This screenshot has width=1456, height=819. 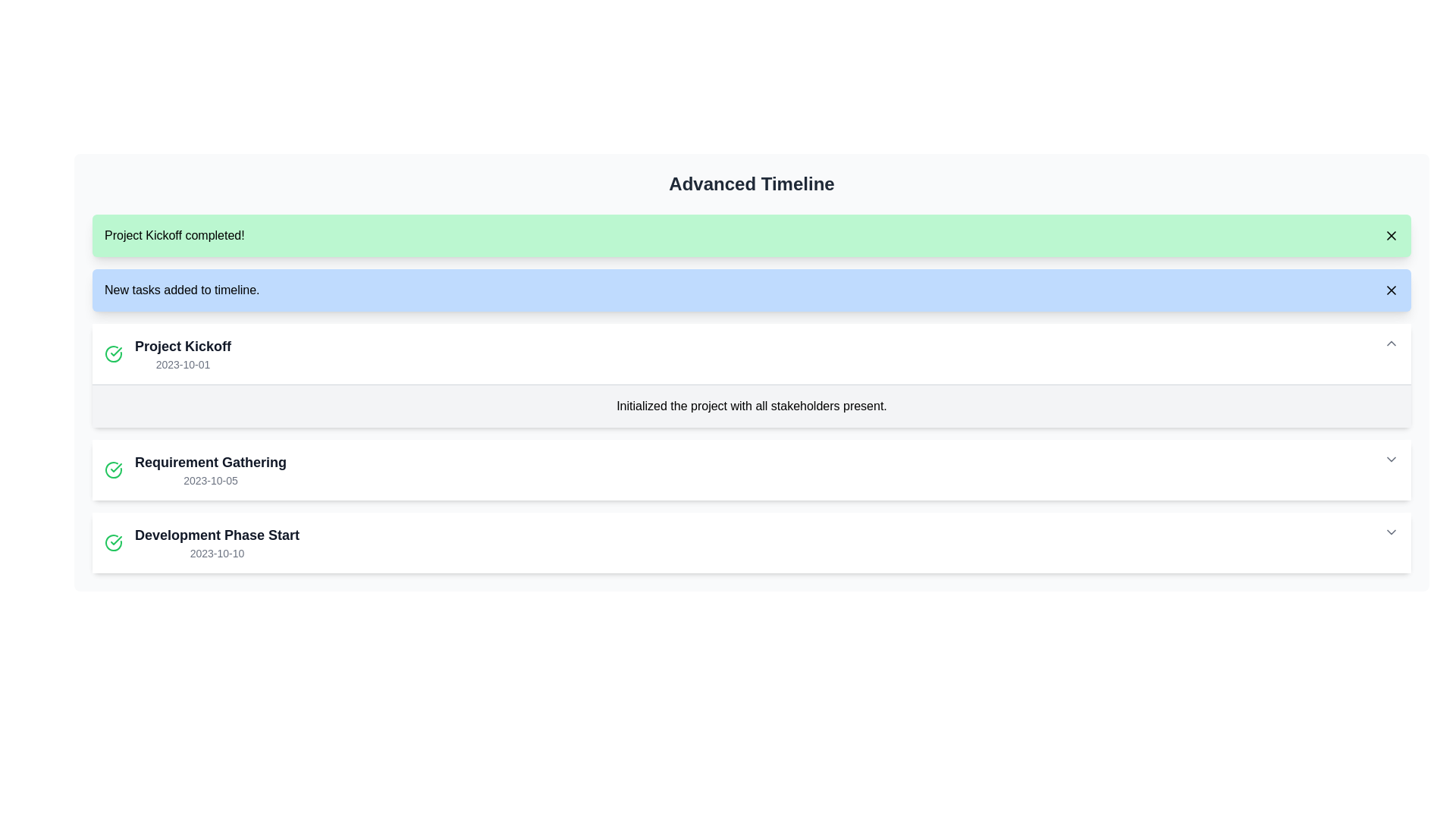 What do you see at coordinates (201, 542) in the screenshot?
I see `the last list item in the project timeline that represents a milestone or task, which displays the task name and associated date` at bounding box center [201, 542].